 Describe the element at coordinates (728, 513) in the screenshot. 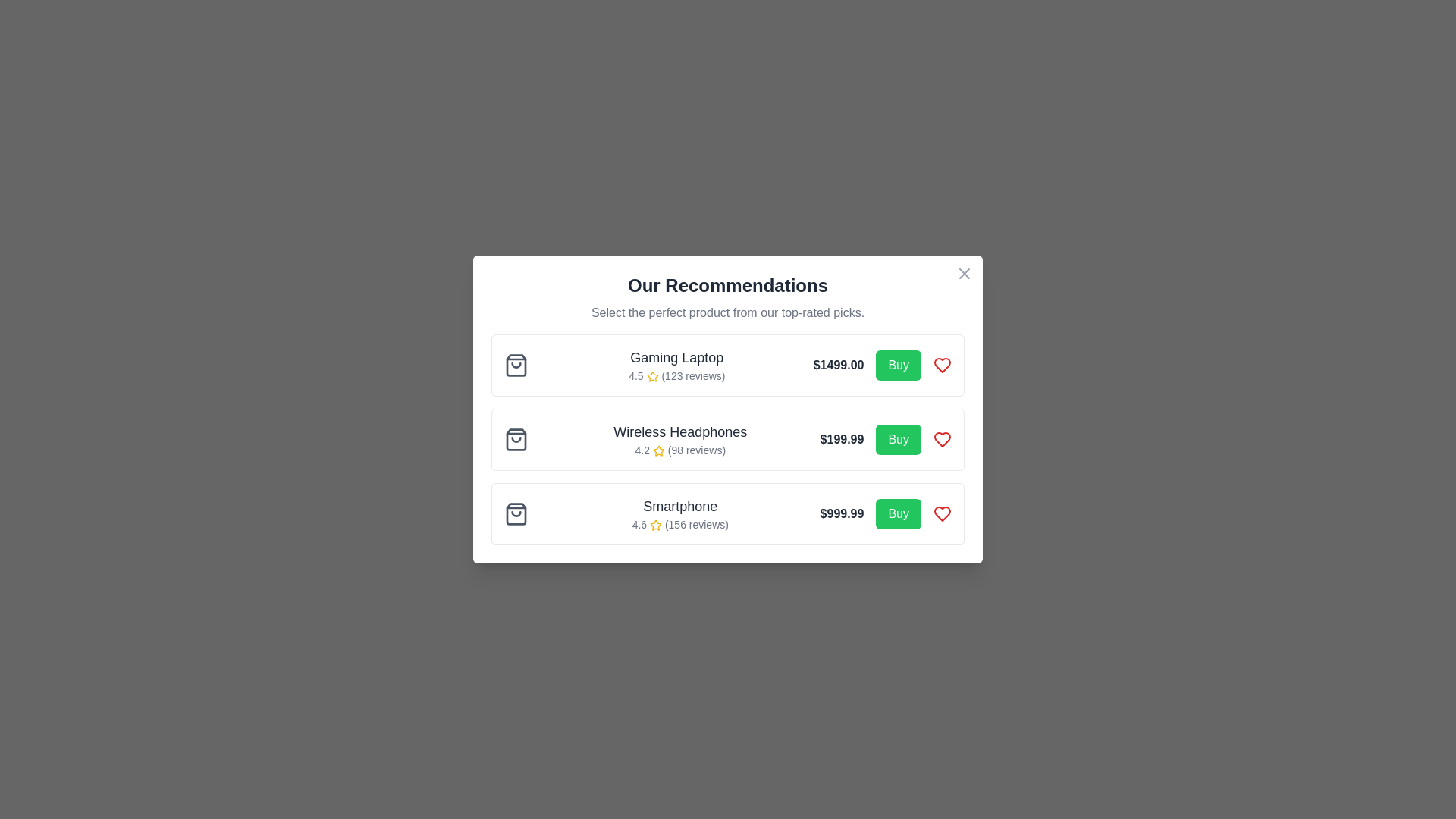

I see `the third product recommendation card` at that location.